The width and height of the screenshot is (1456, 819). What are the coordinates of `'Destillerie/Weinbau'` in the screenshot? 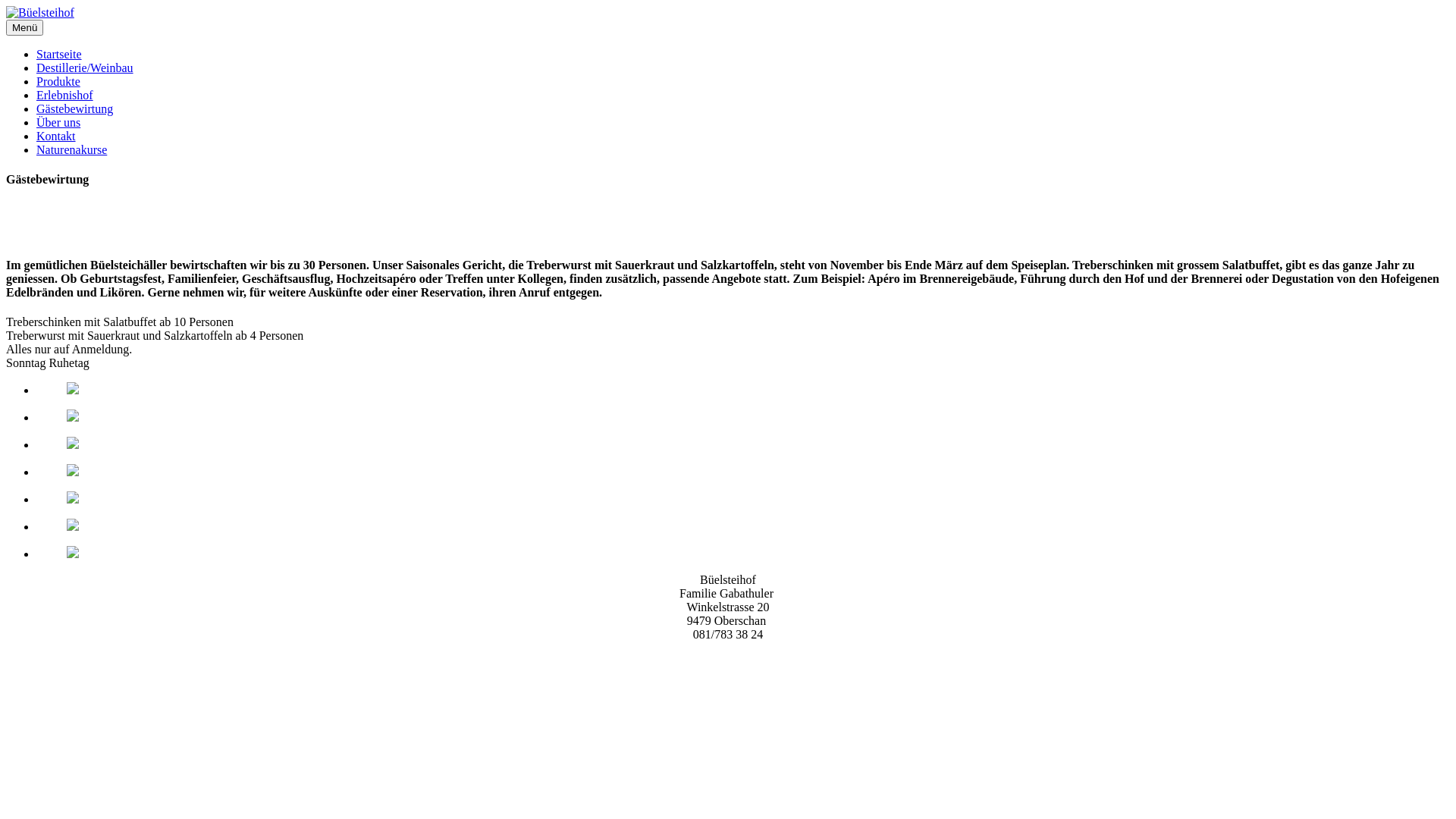 It's located at (83, 67).